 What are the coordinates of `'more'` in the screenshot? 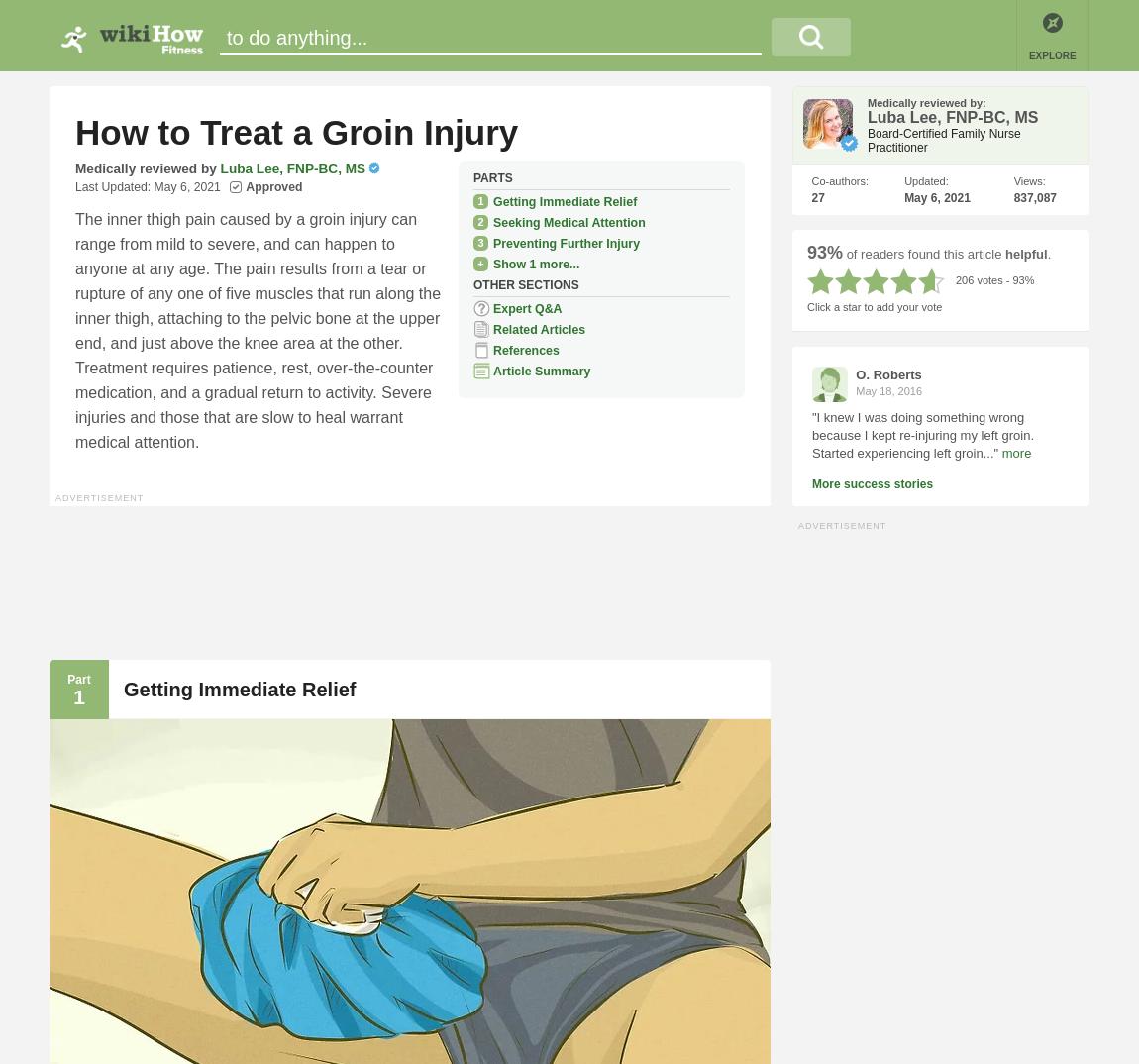 It's located at (1016, 451).